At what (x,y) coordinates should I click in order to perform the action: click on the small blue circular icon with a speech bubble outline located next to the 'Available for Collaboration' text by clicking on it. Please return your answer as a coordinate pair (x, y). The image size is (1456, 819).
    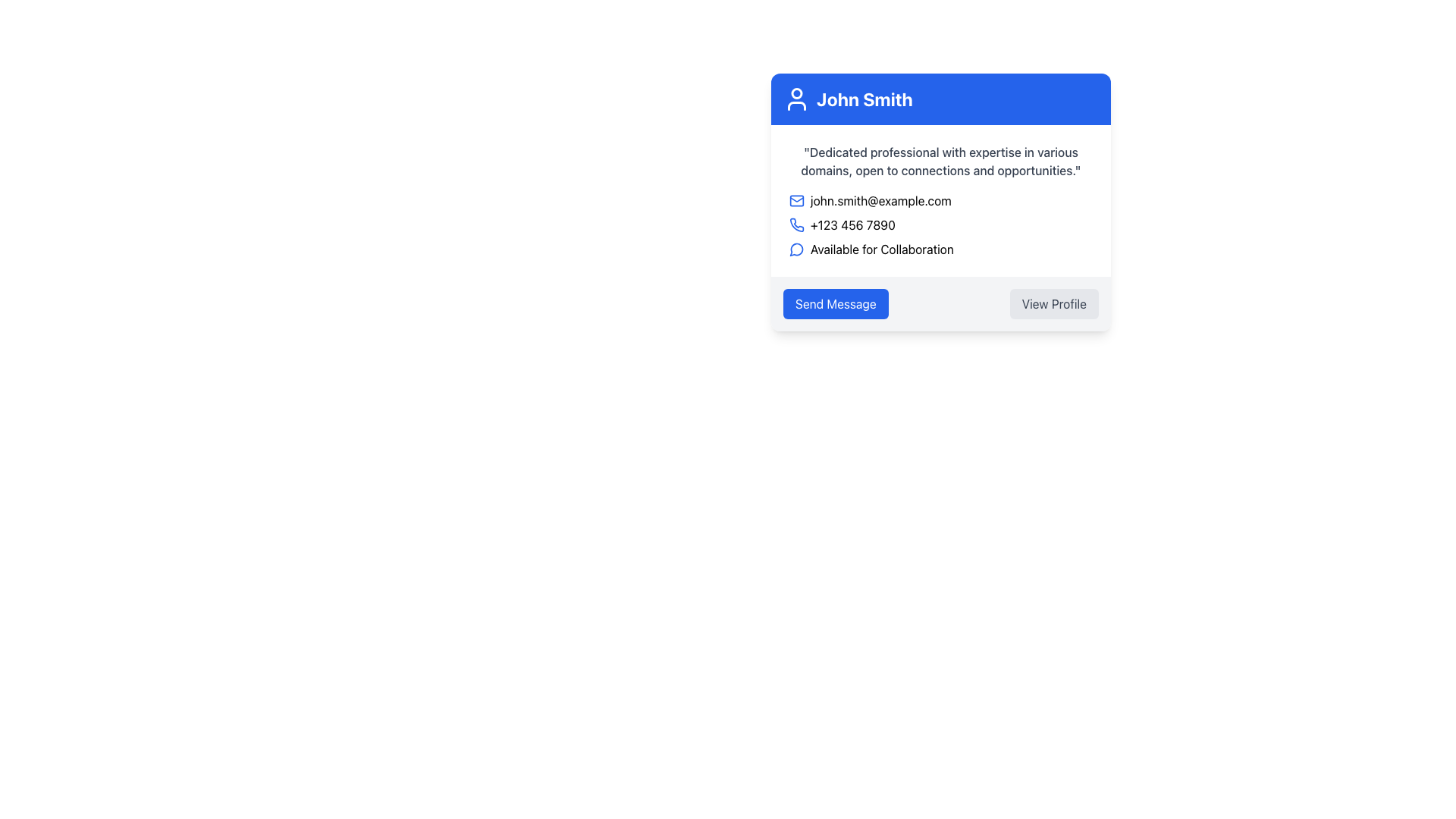
    Looking at the image, I should click on (796, 248).